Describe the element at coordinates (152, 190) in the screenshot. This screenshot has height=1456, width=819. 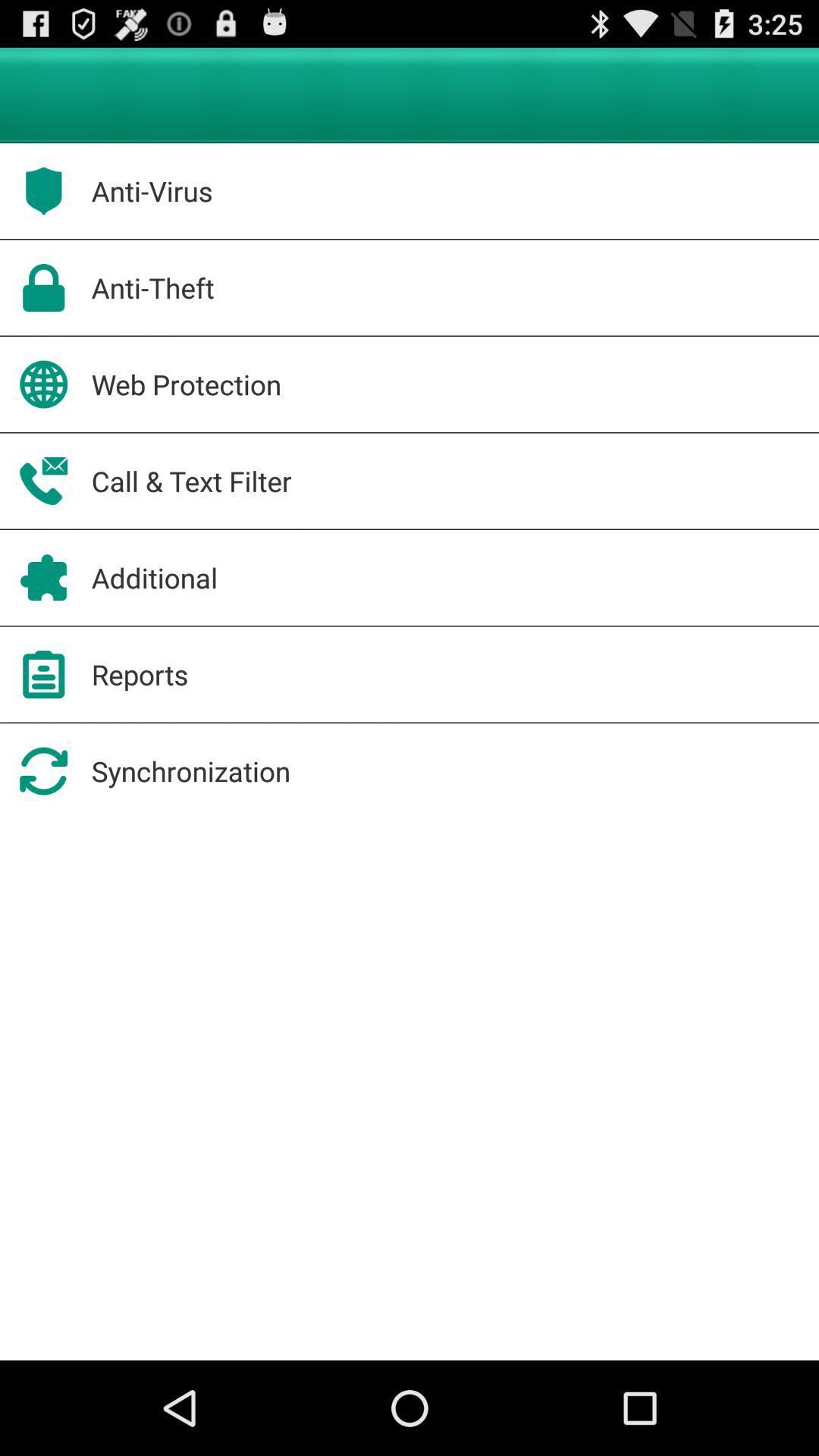
I see `anti-virus icon` at that location.